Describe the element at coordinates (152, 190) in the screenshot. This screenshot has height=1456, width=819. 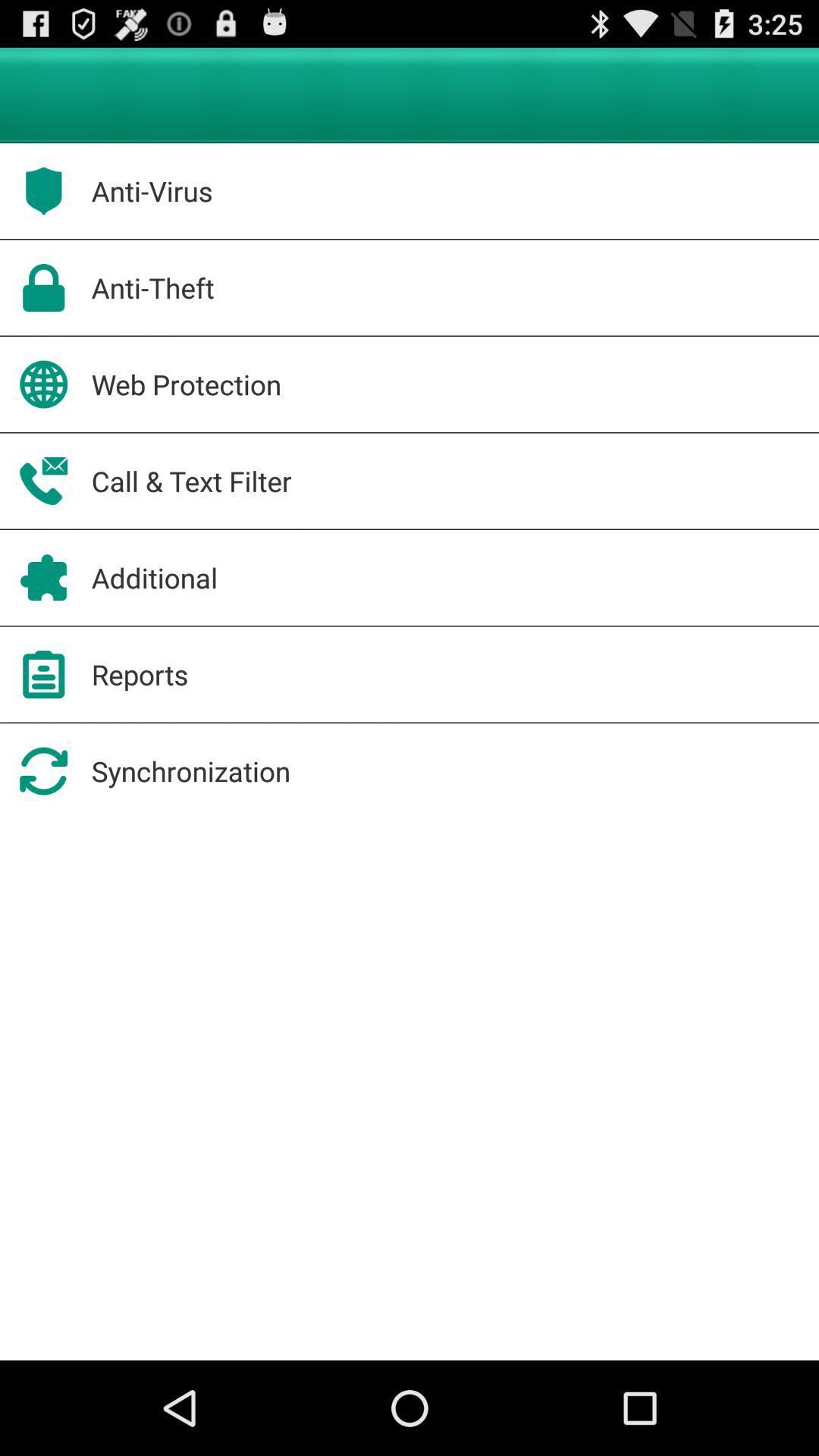
I see `anti-virus icon` at that location.